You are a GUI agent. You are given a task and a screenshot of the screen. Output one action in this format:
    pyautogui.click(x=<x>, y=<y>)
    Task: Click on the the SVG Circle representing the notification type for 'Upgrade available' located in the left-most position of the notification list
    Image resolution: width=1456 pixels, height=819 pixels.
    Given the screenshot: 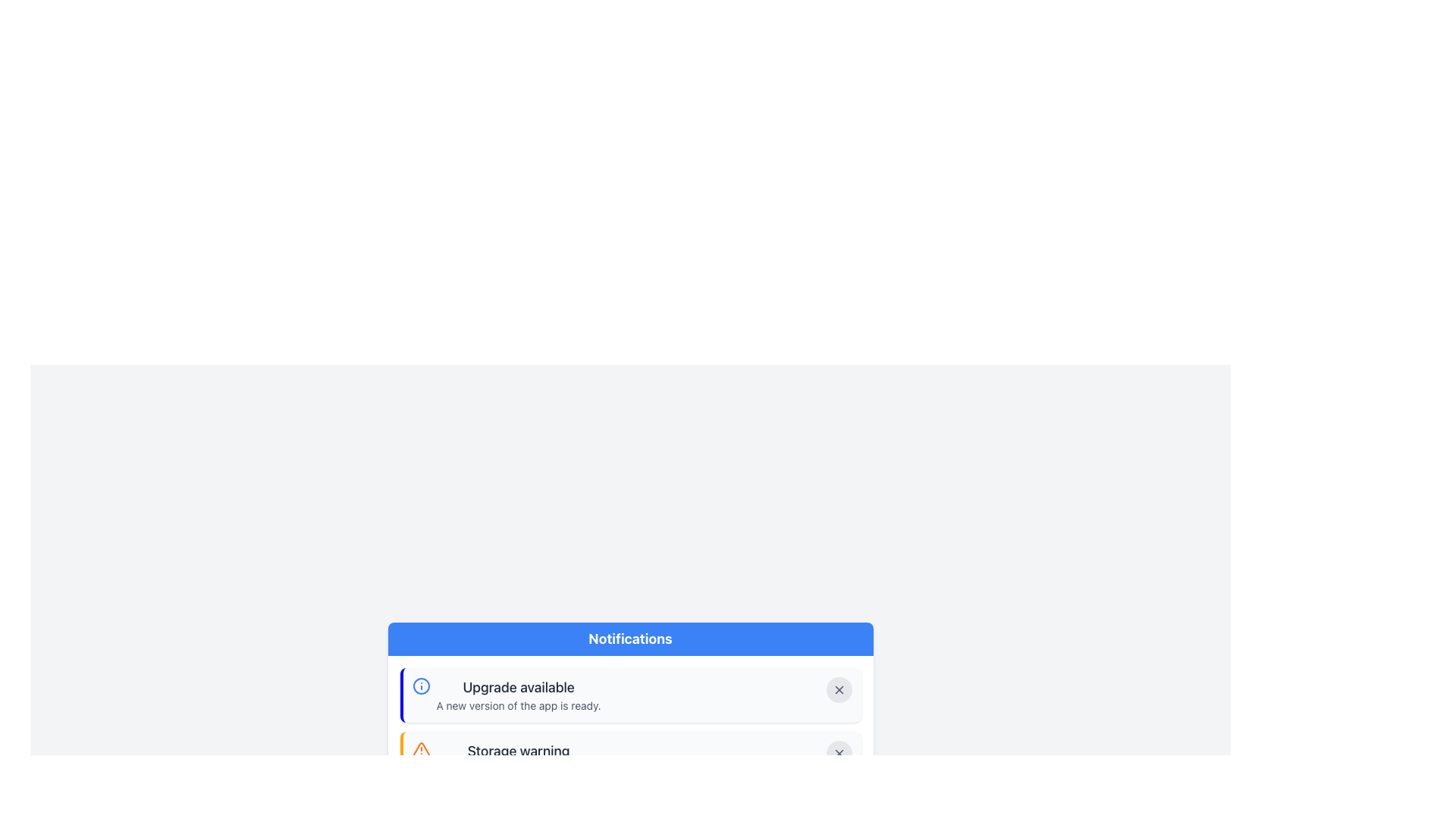 What is the action you would take?
    pyautogui.click(x=421, y=686)
    